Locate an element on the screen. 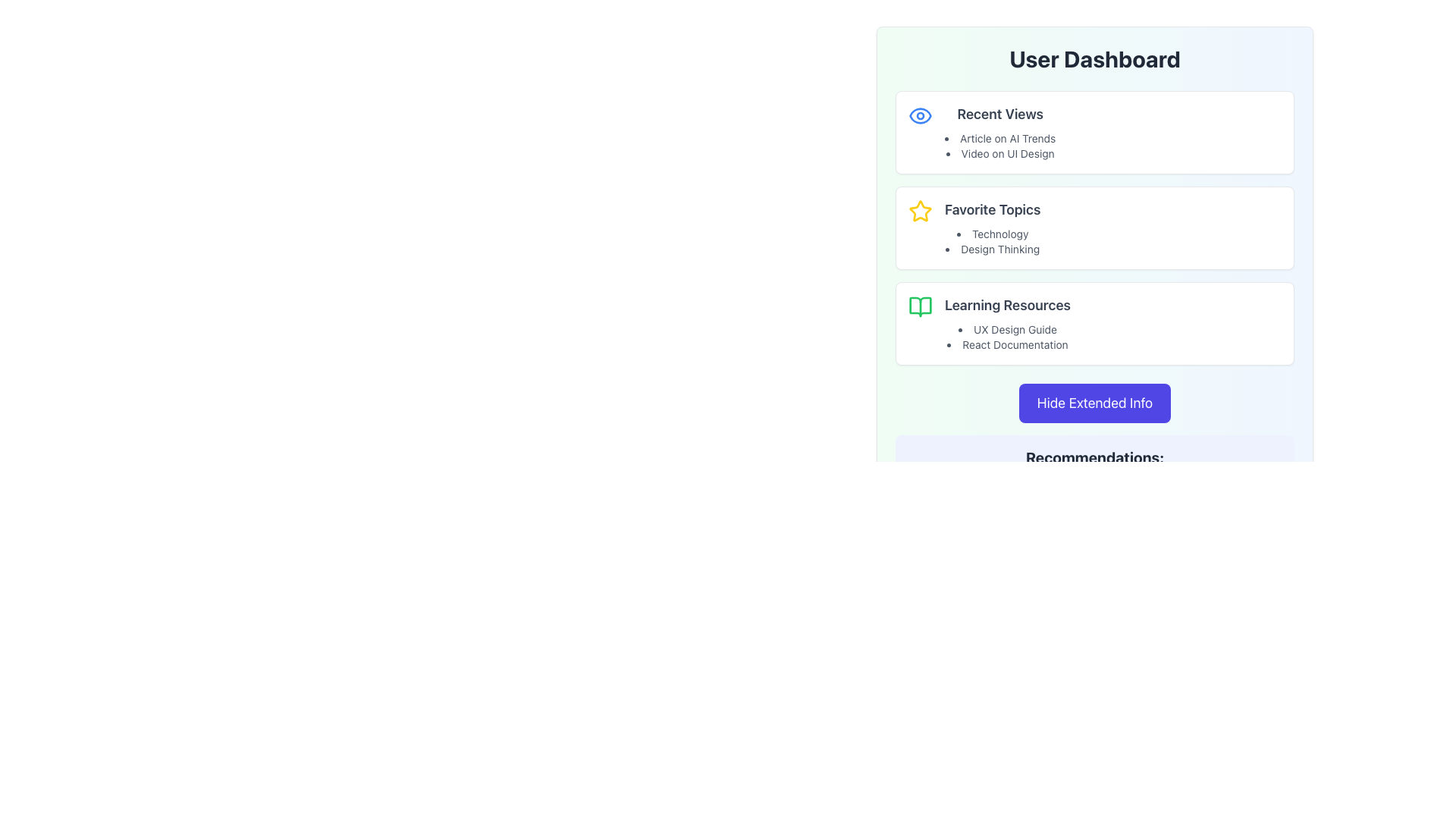  the 'User Dashboard' text header, which is bold and large, located at the top of the dashboard interface is located at coordinates (1095, 58).